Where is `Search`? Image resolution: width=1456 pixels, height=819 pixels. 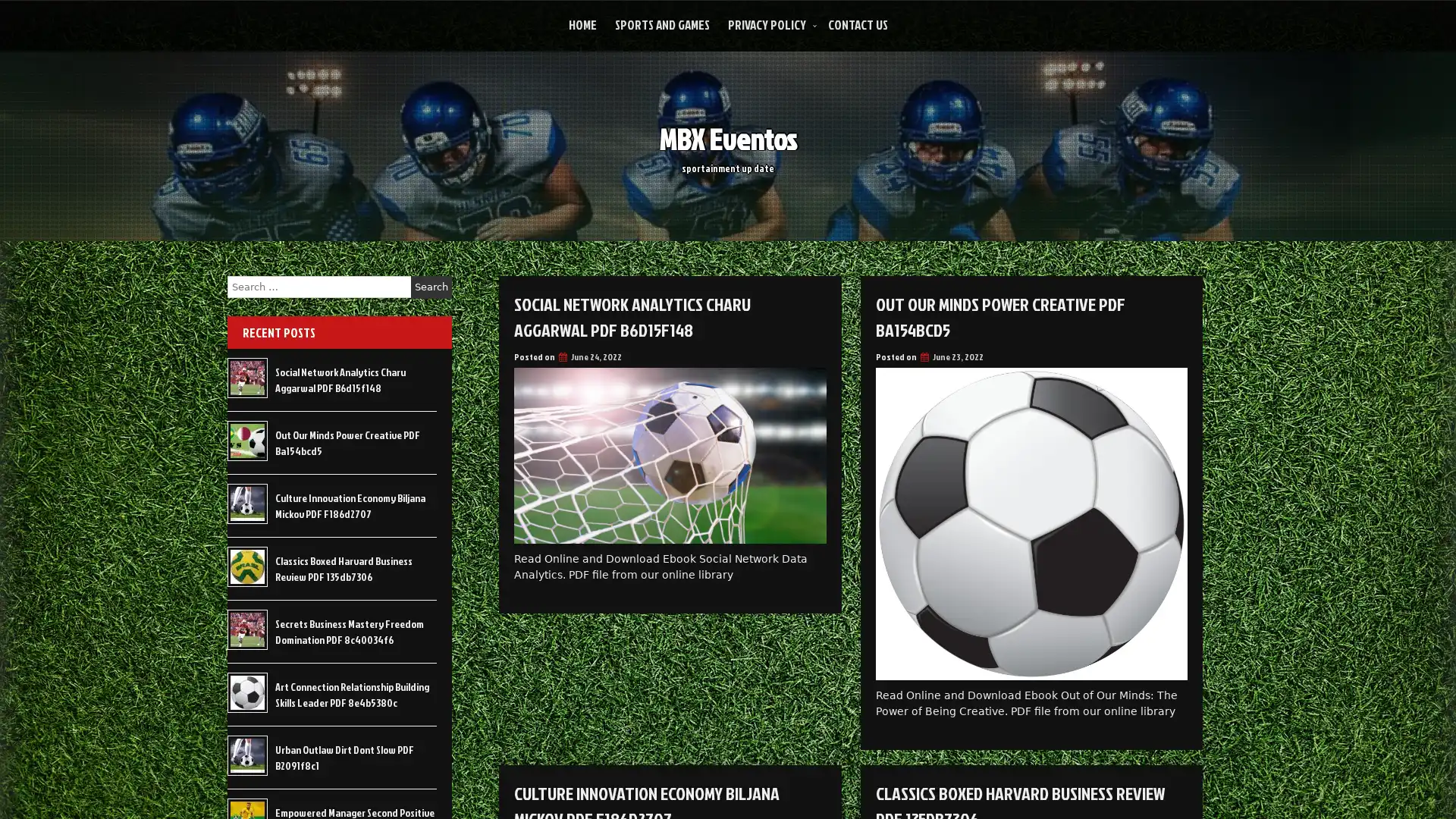
Search is located at coordinates (431, 287).